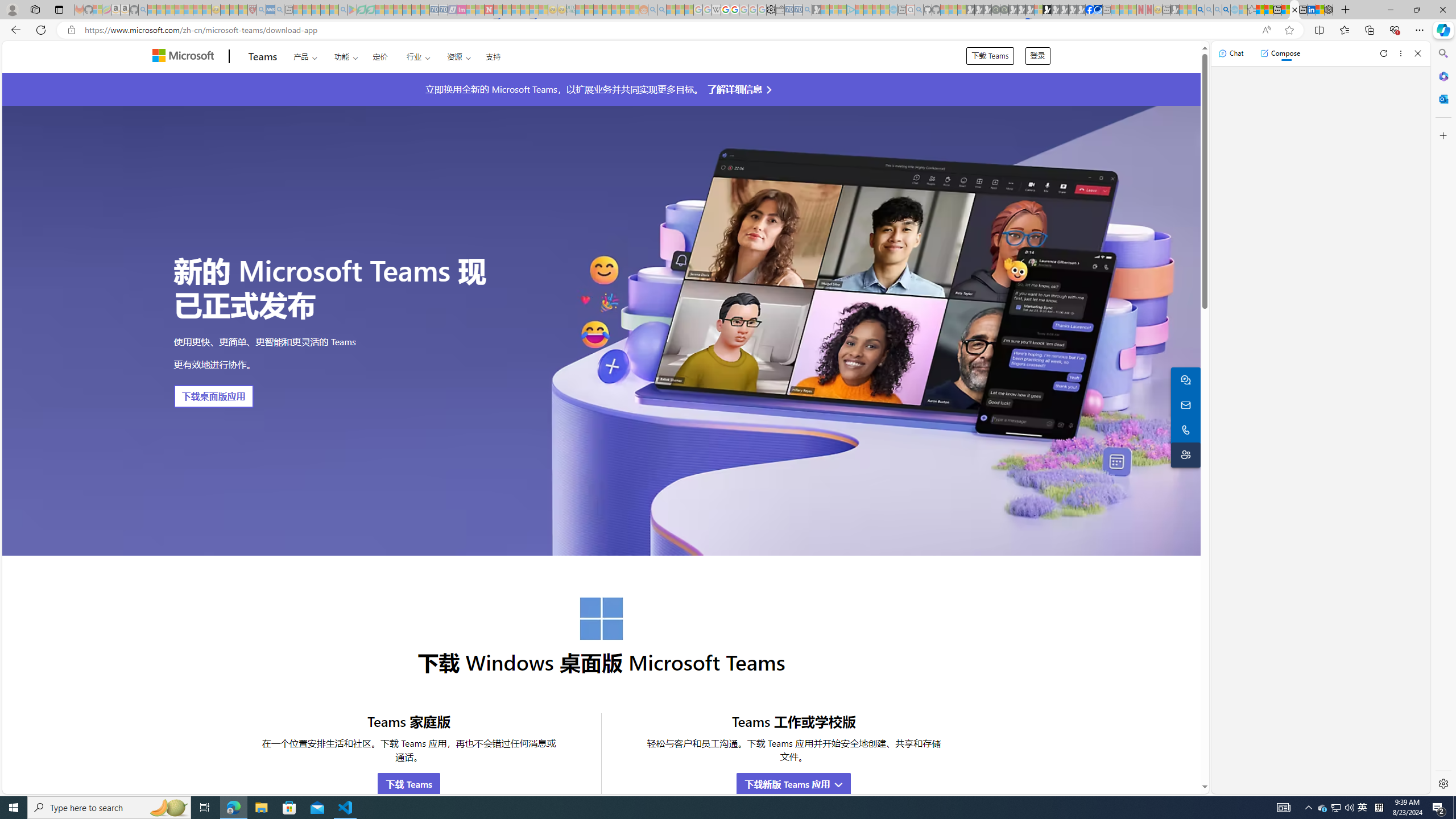 The height and width of the screenshot is (819, 1456). What do you see at coordinates (806, 9) in the screenshot?
I see `'Bing Real Estate - Home sales and rental listings - Sleeping'` at bounding box center [806, 9].